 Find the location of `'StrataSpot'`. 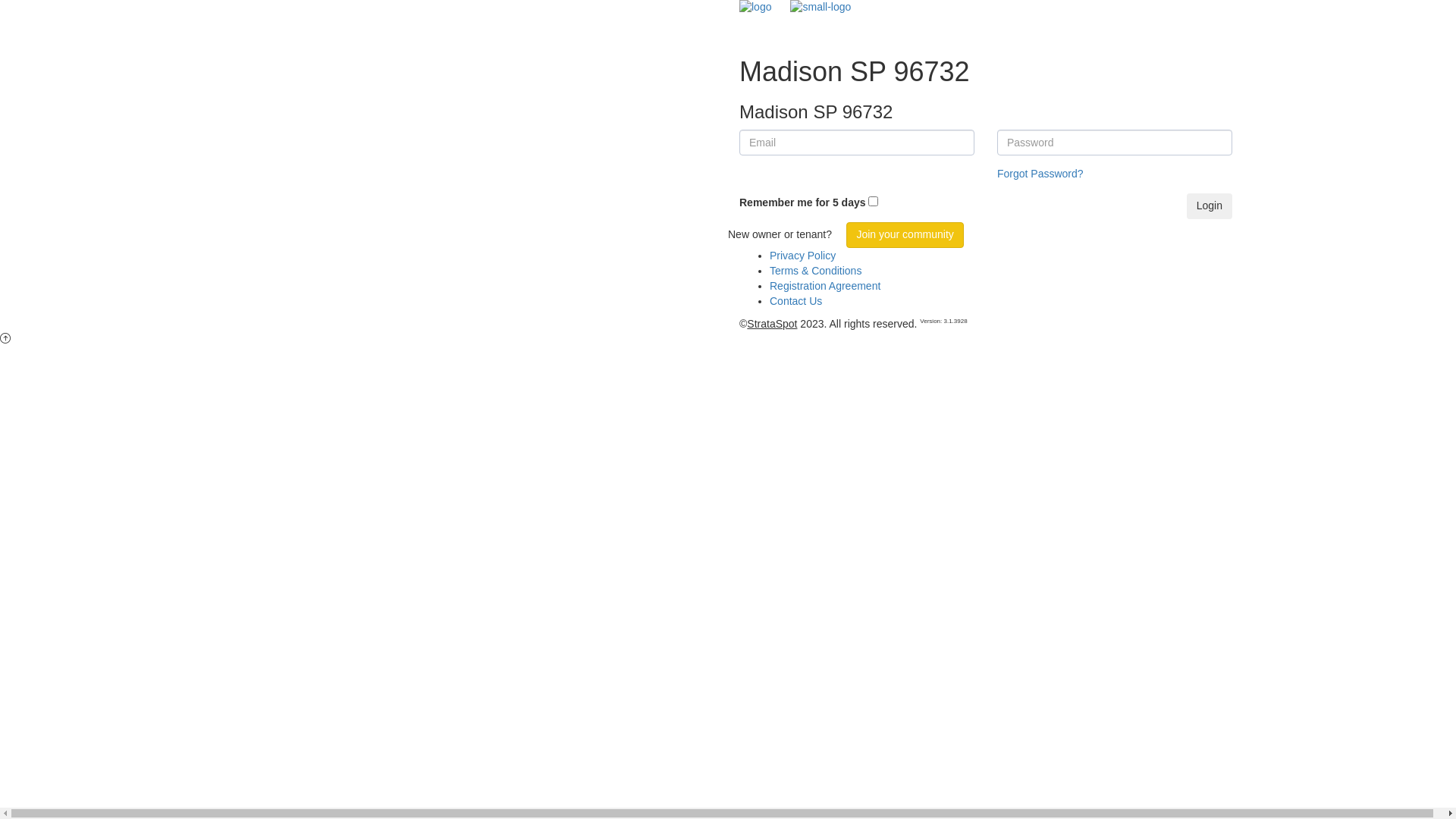

'StrataSpot' is located at coordinates (746, 323).